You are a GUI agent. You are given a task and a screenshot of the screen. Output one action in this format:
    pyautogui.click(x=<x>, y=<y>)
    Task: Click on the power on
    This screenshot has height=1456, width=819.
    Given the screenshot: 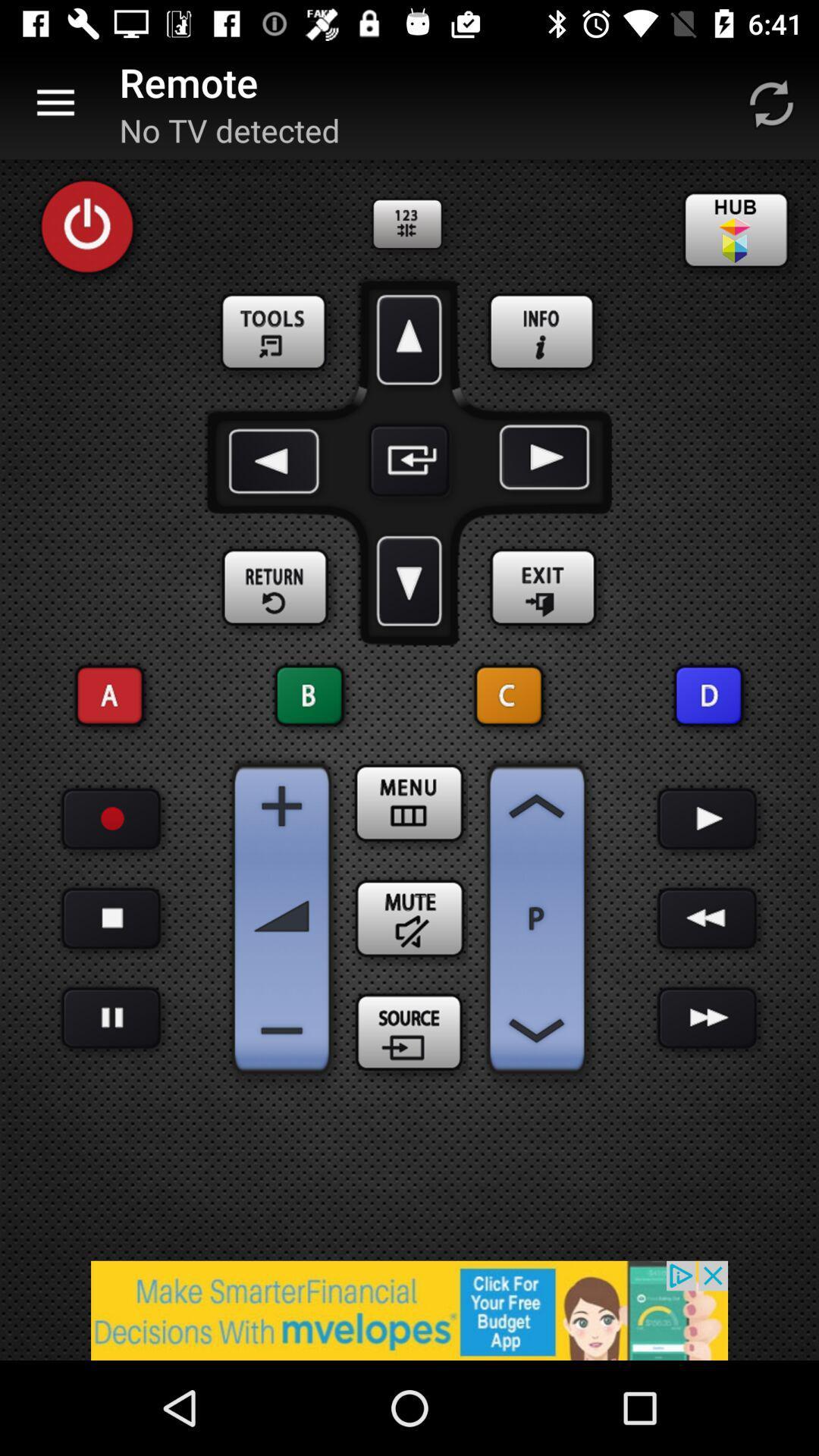 What is the action you would take?
    pyautogui.click(x=87, y=226)
    